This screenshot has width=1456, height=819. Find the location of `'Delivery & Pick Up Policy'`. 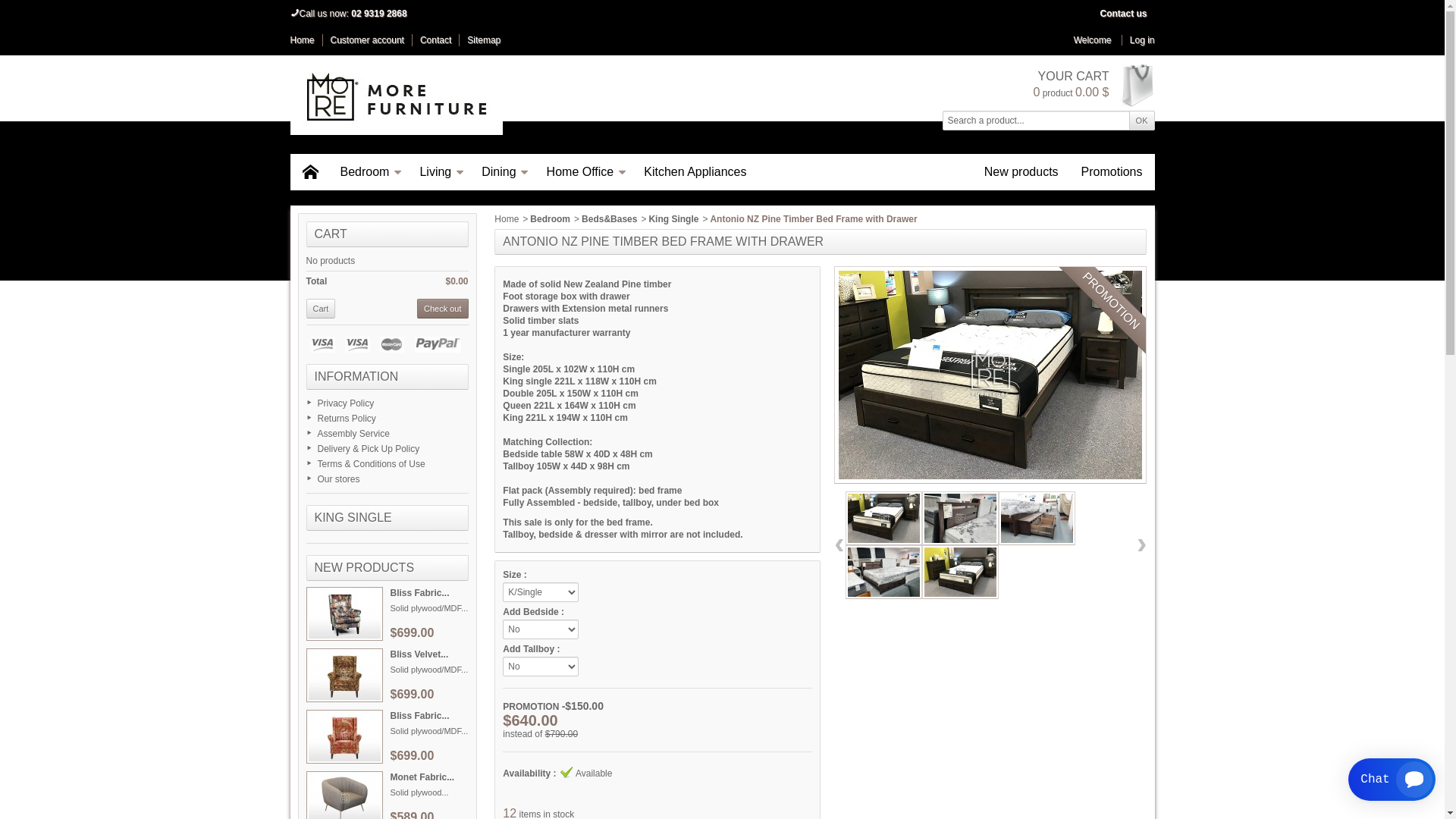

'Delivery & Pick Up Policy' is located at coordinates (368, 447).